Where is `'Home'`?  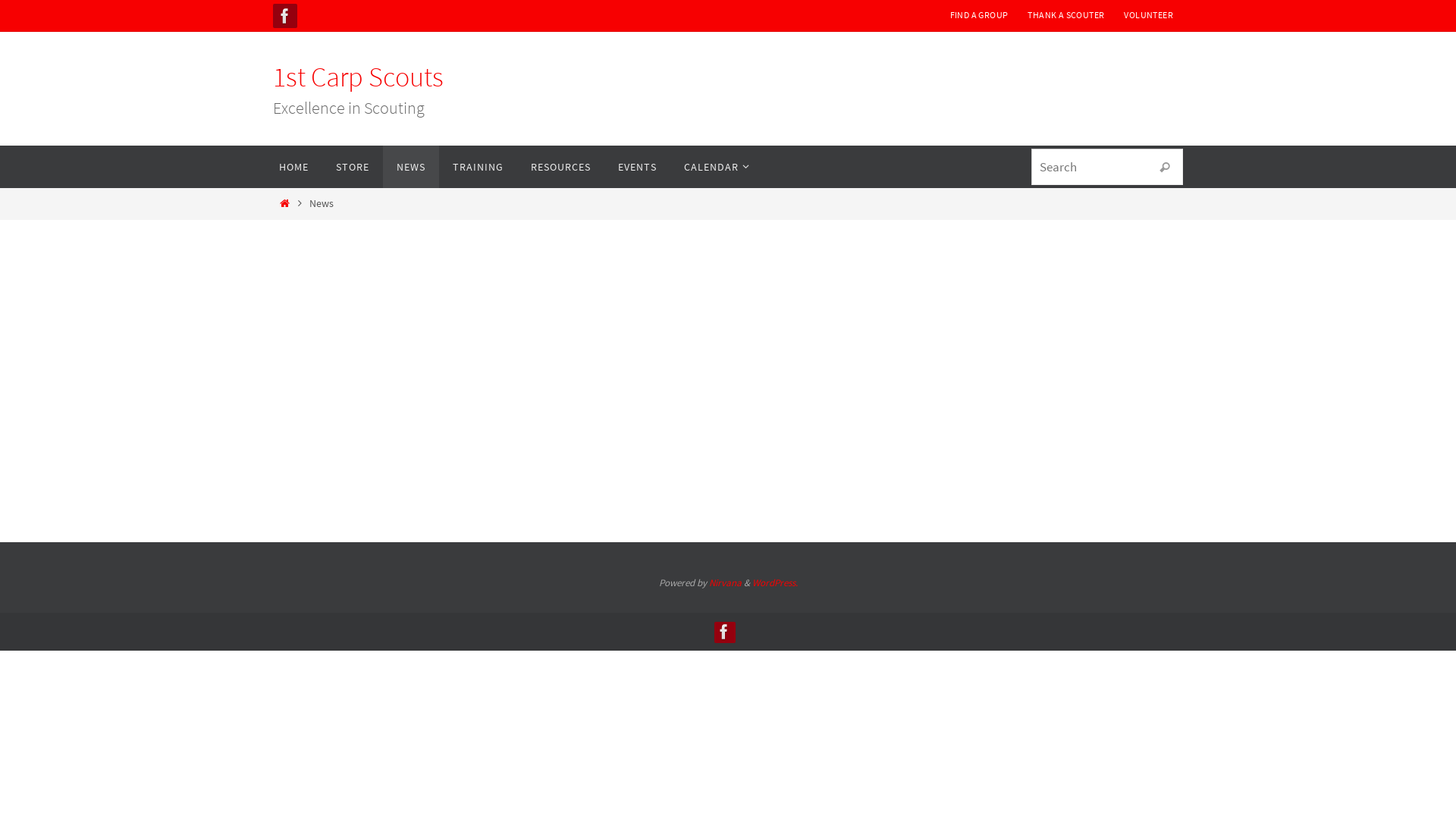
'Home' is located at coordinates (284, 202).